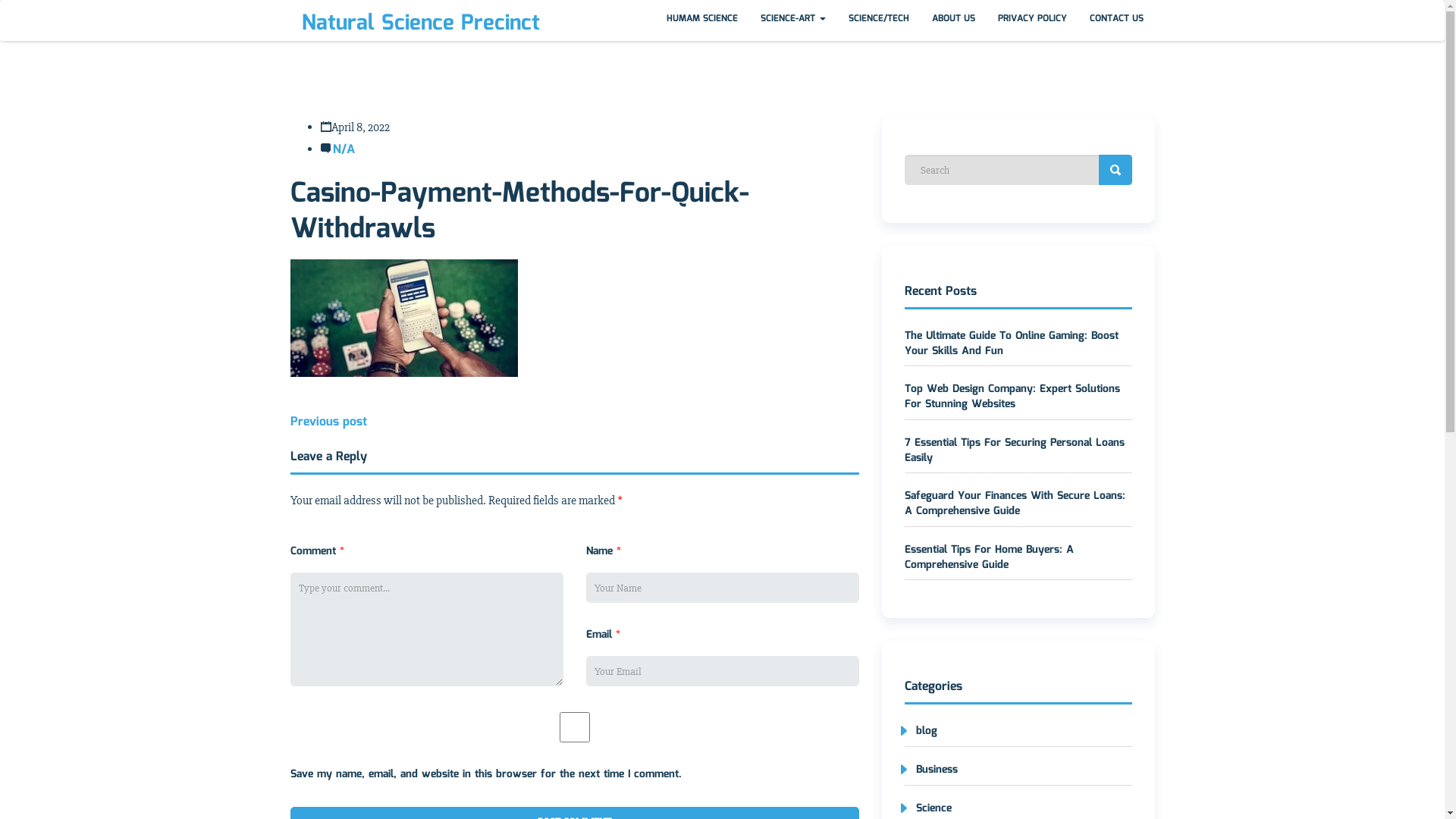  Describe the element at coordinates (878, 20) in the screenshot. I see `'SCIENCE/TECH'` at that location.